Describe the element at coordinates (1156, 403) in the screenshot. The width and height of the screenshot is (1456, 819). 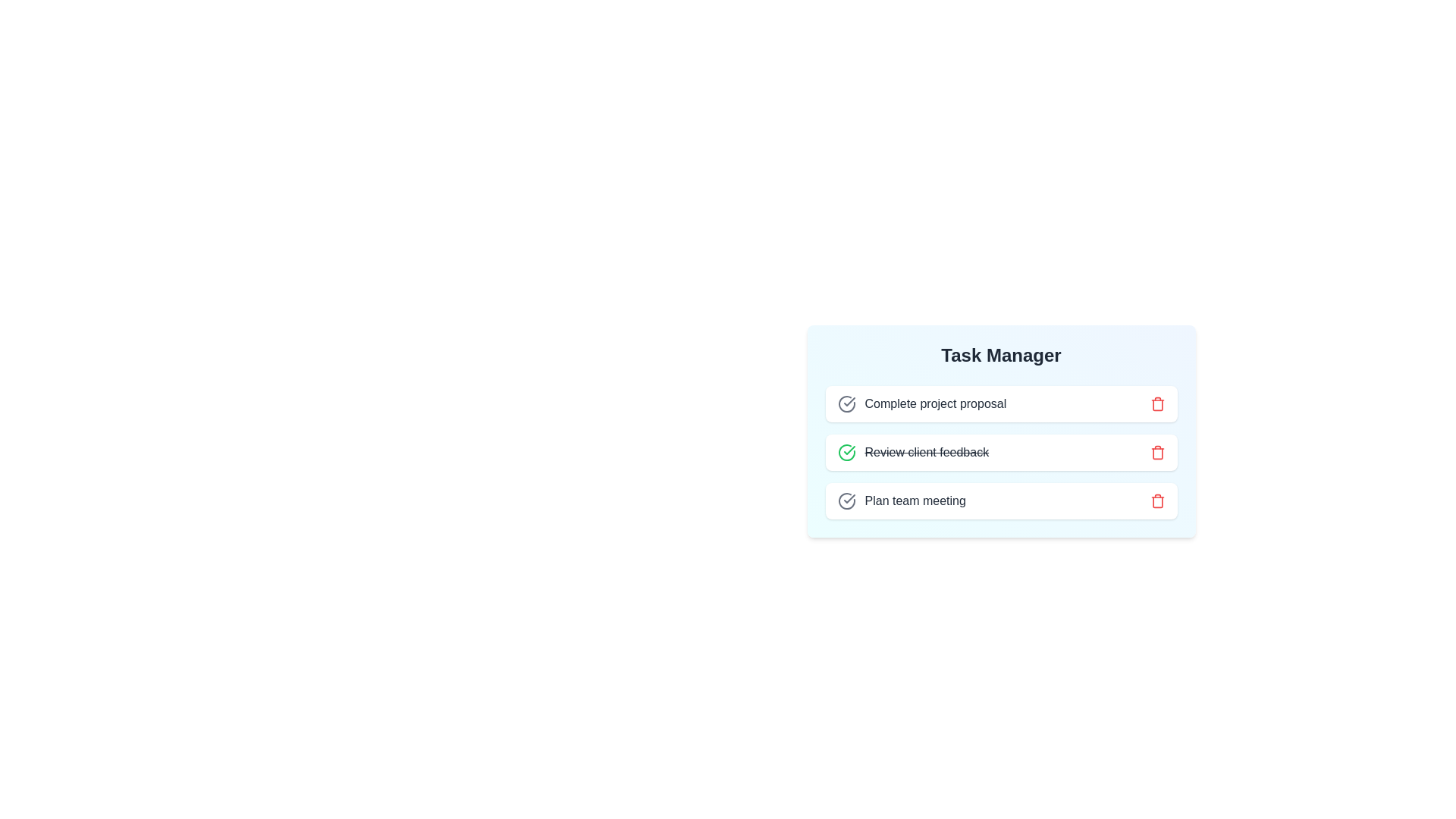
I see `the delete button for the task 'Complete project proposal'` at that location.